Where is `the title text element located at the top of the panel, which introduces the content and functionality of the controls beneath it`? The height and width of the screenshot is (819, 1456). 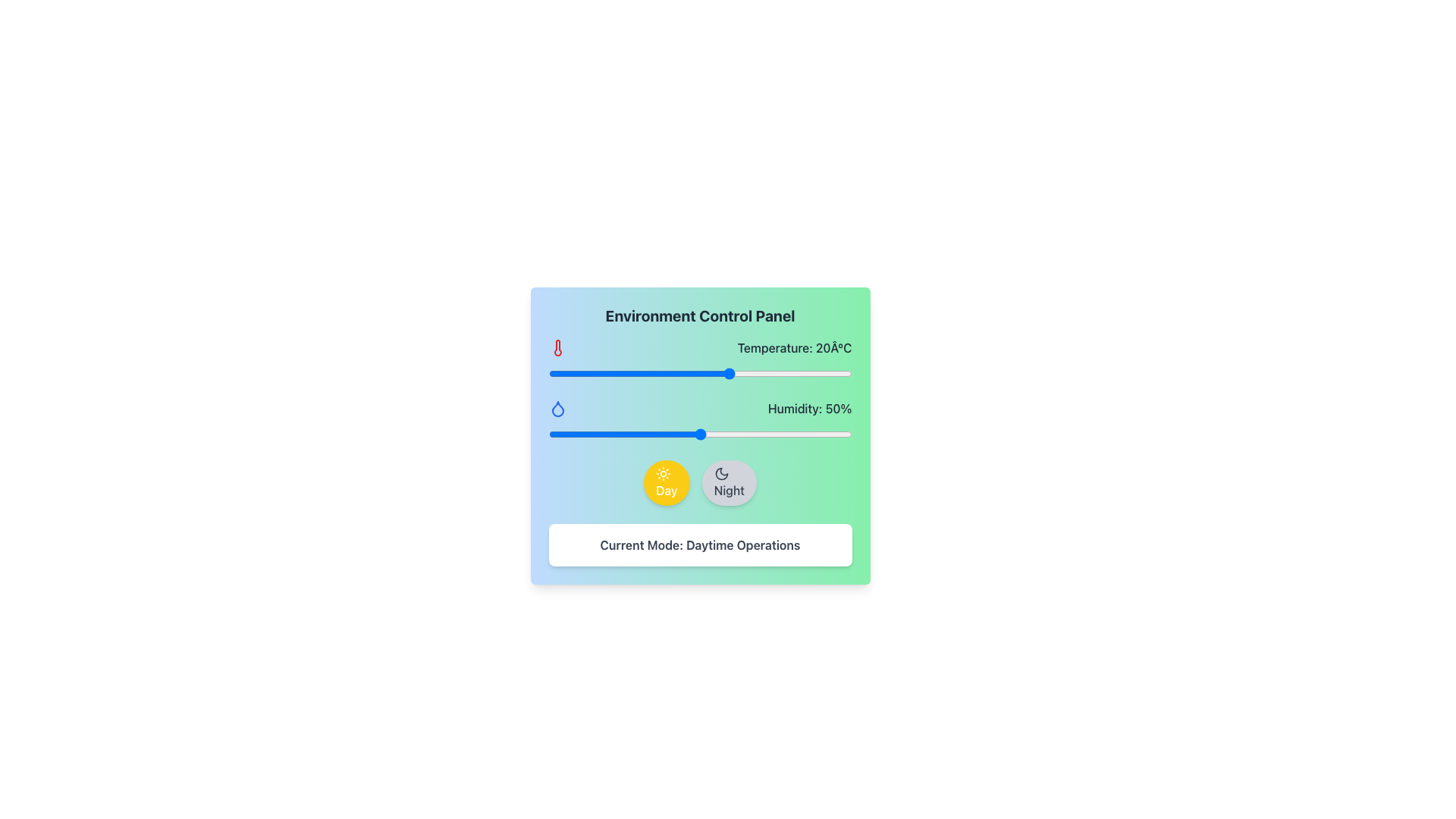
the title text element located at the top of the panel, which introduces the content and functionality of the controls beneath it is located at coordinates (699, 315).